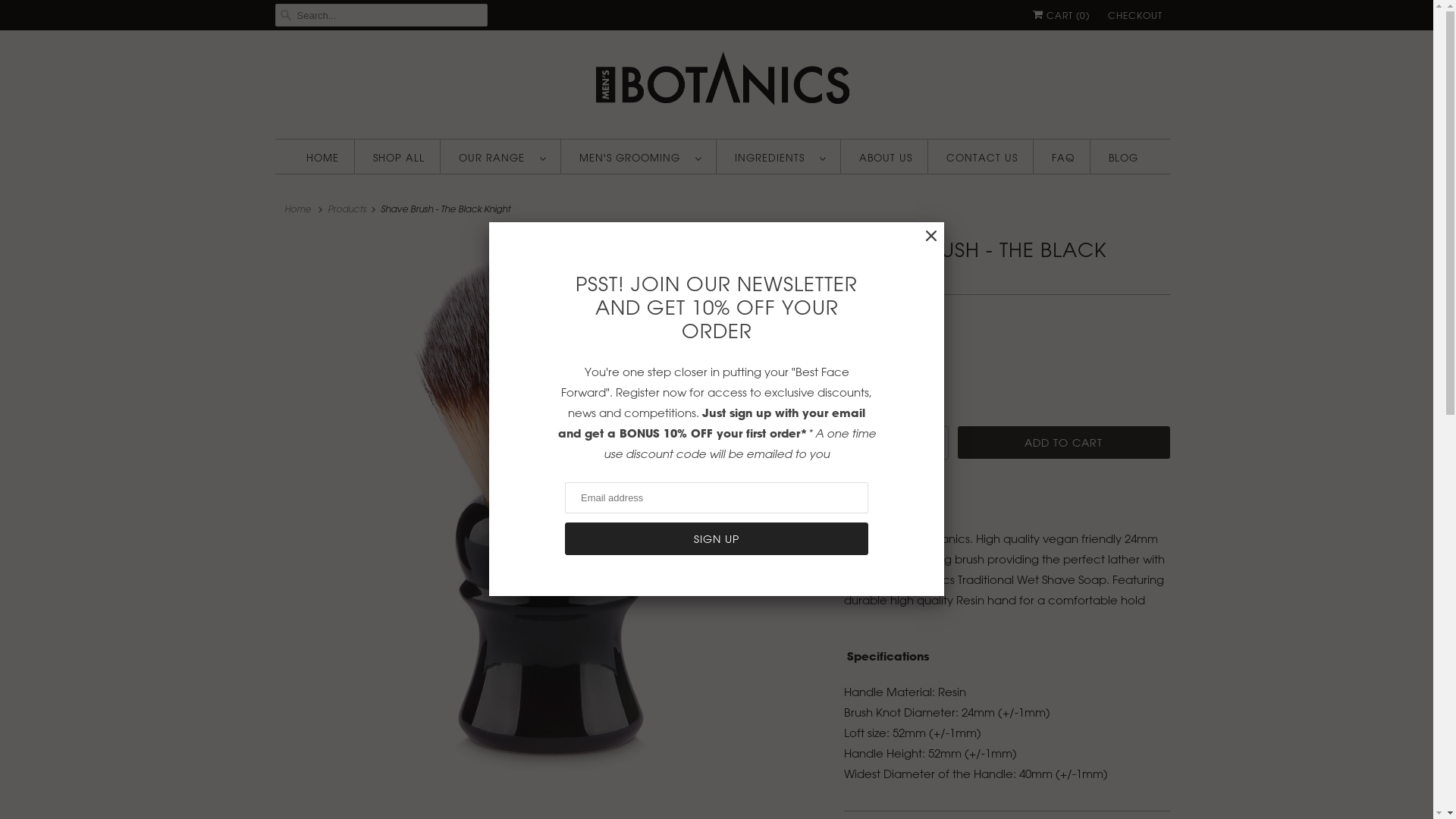 Image resolution: width=1456 pixels, height=819 pixels. I want to click on 'Products', so click(346, 208).